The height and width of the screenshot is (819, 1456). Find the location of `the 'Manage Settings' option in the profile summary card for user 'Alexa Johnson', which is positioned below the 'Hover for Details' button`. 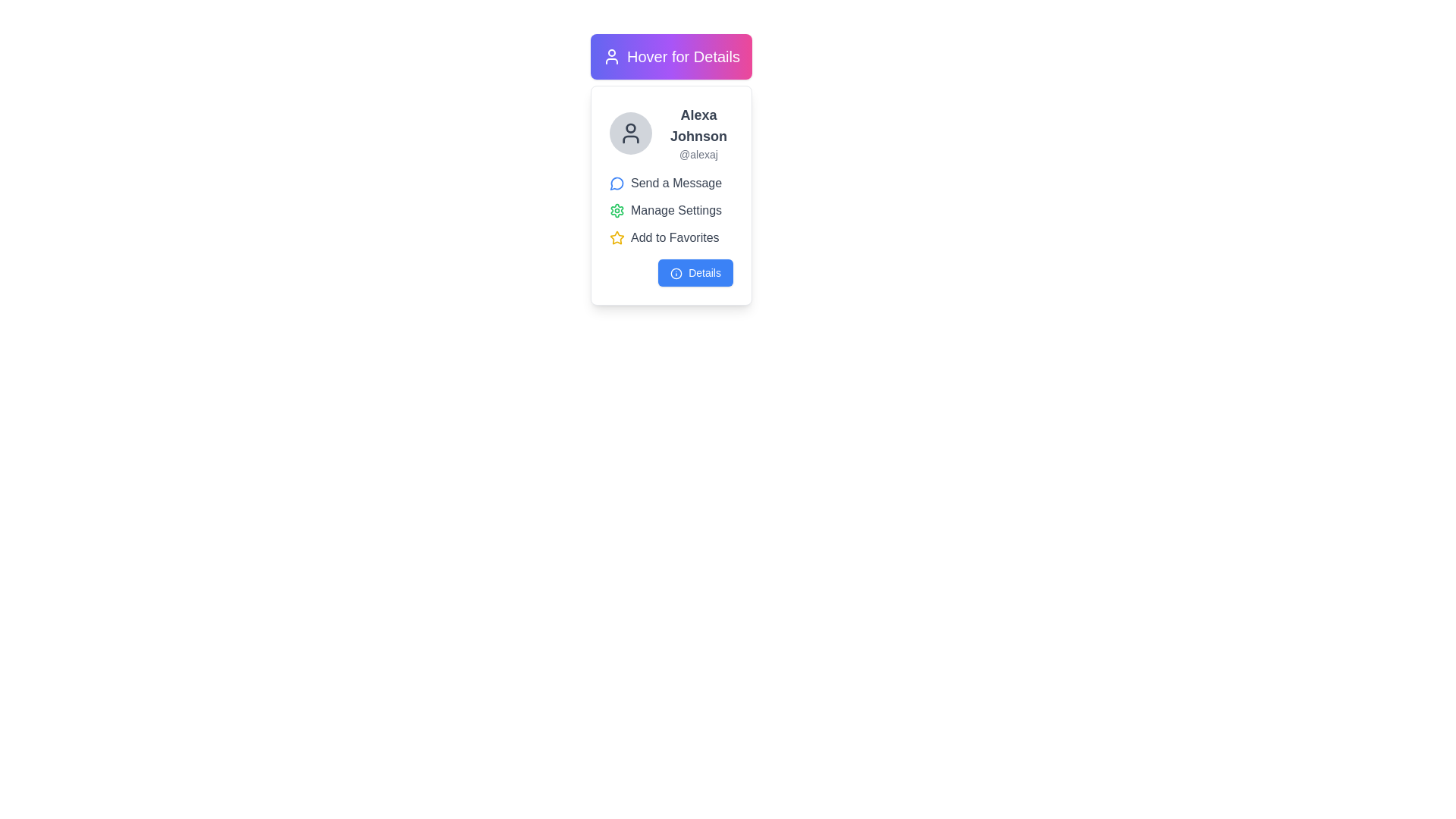

the 'Manage Settings' option in the profile summary card for user 'Alexa Johnson', which is positioned below the 'Hover for Details' button is located at coordinates (670, 195).